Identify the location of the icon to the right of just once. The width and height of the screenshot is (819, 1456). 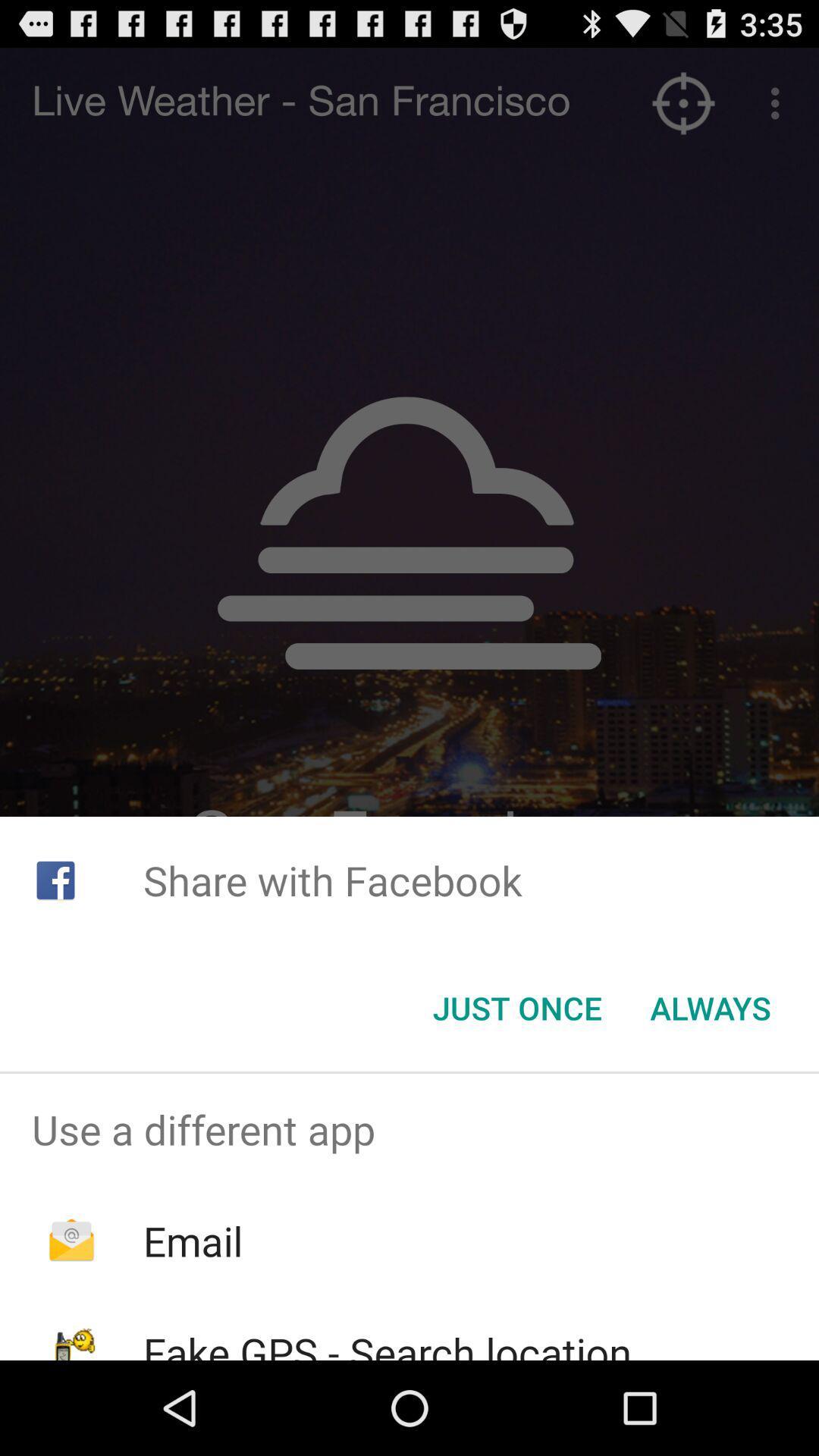
(711, 1008).